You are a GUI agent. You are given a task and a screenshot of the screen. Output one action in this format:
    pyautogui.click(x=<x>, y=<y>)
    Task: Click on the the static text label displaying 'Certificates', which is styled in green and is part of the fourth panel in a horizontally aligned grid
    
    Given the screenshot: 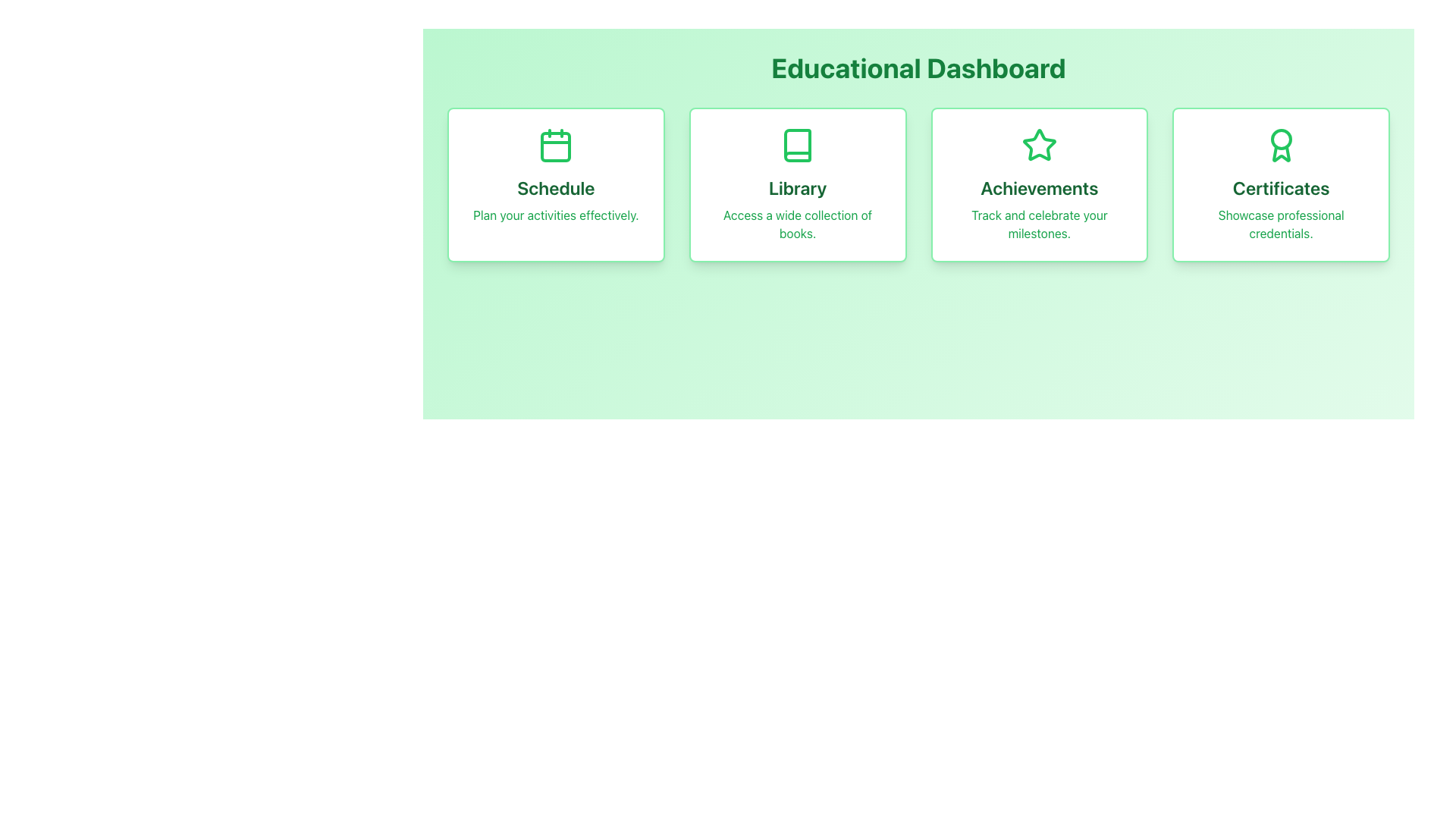 What is the action you would take?
    pyautogui.click(x=1280, y=187)
    